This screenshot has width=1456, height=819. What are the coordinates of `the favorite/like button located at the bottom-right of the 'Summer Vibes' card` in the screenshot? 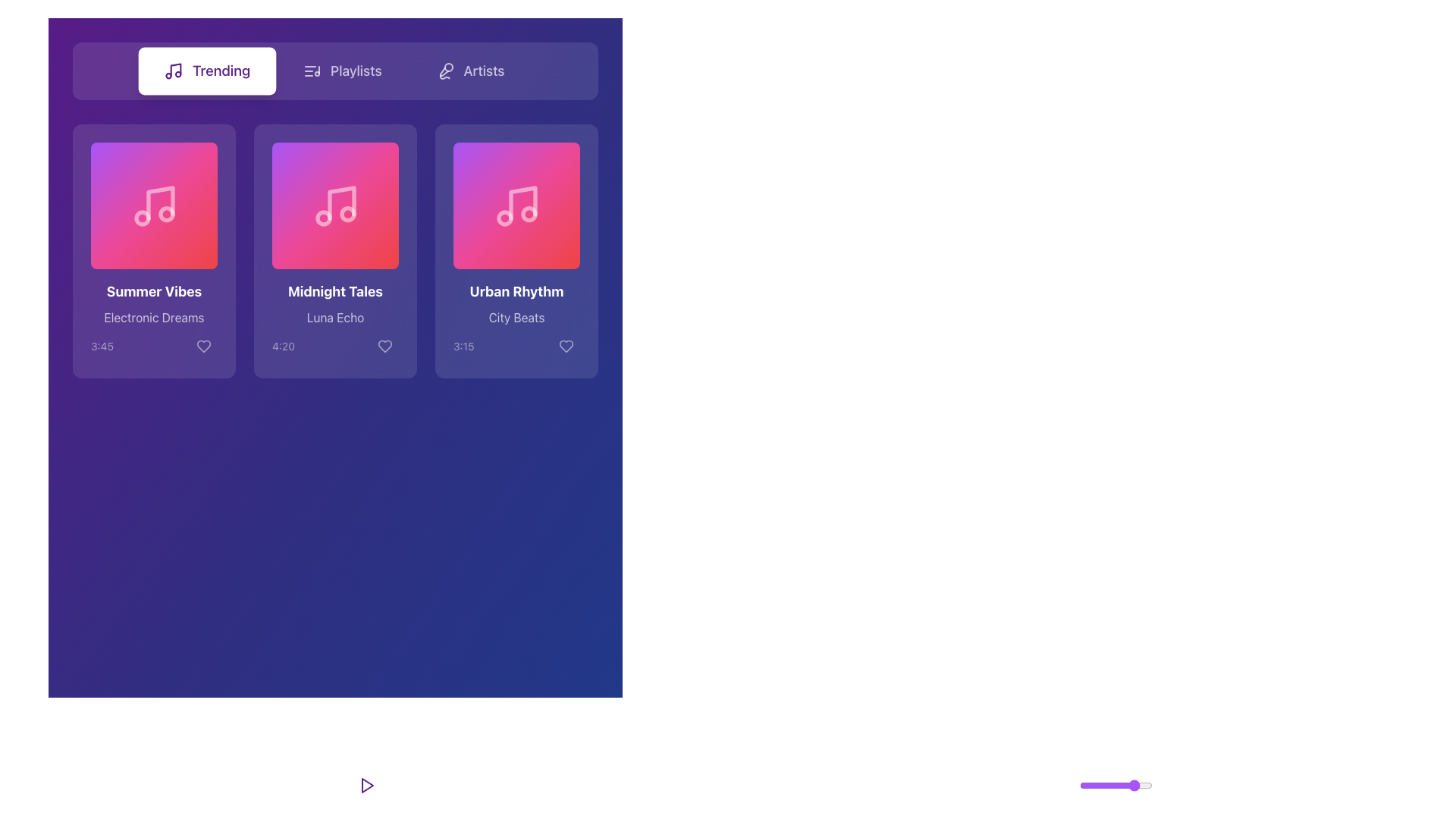 It's located at (202, 346).